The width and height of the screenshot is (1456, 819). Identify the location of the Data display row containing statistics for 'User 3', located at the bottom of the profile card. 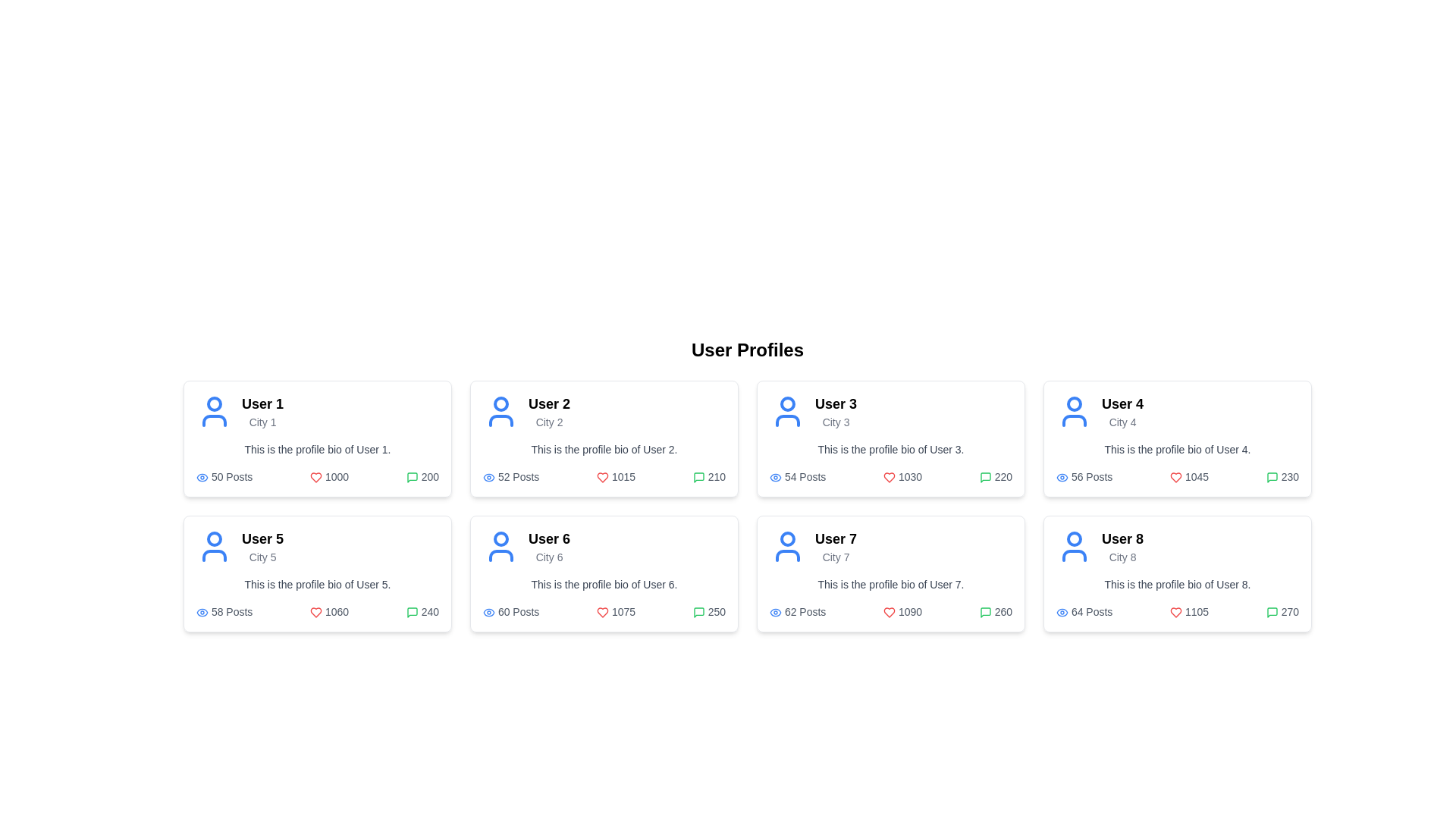
(891, 475).